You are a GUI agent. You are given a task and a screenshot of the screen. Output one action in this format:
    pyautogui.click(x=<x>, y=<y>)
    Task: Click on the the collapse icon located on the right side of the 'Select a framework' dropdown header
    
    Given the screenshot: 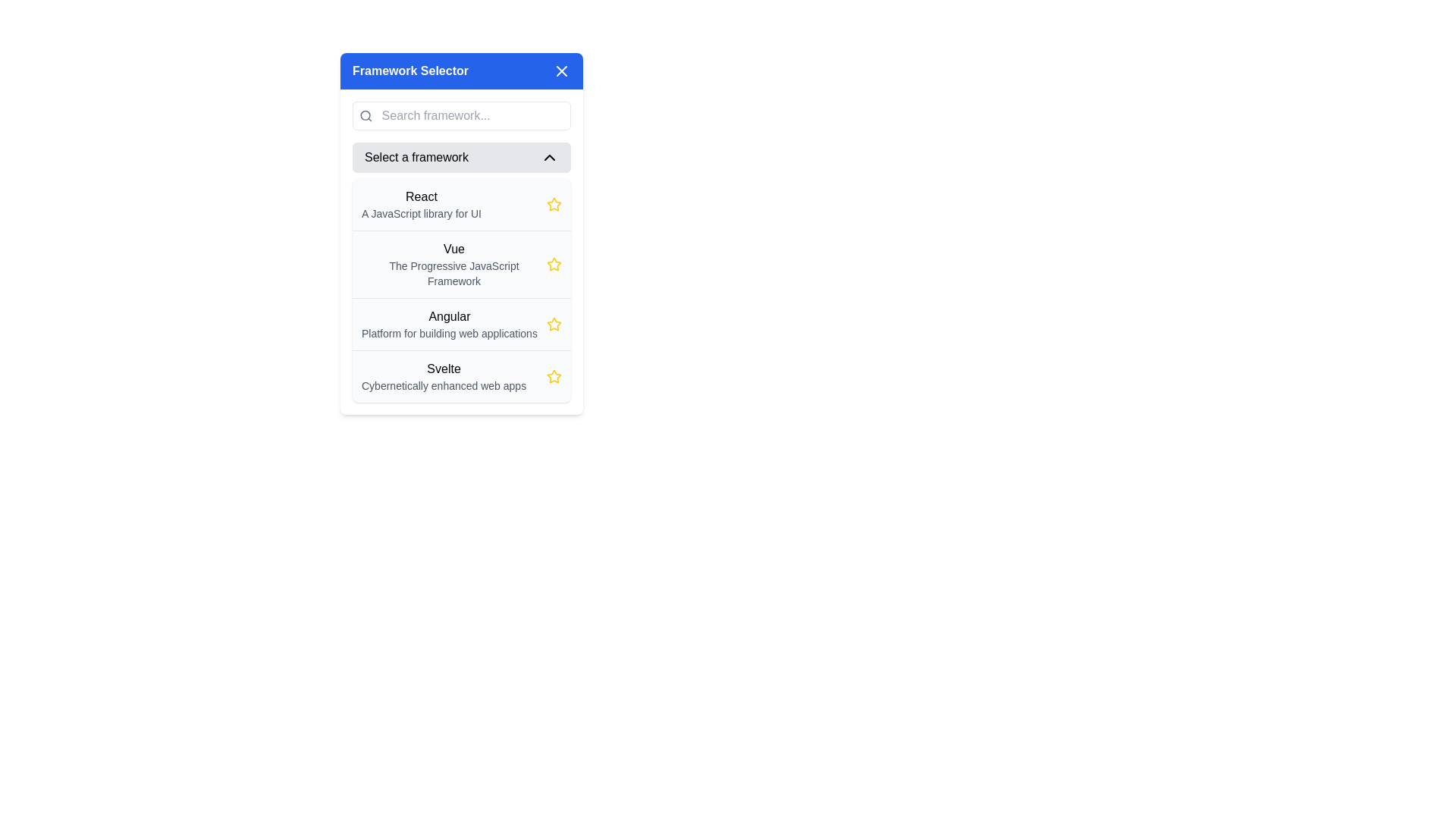 What is the action you would take?
    pyautogui.click(x=548, y=158)
    